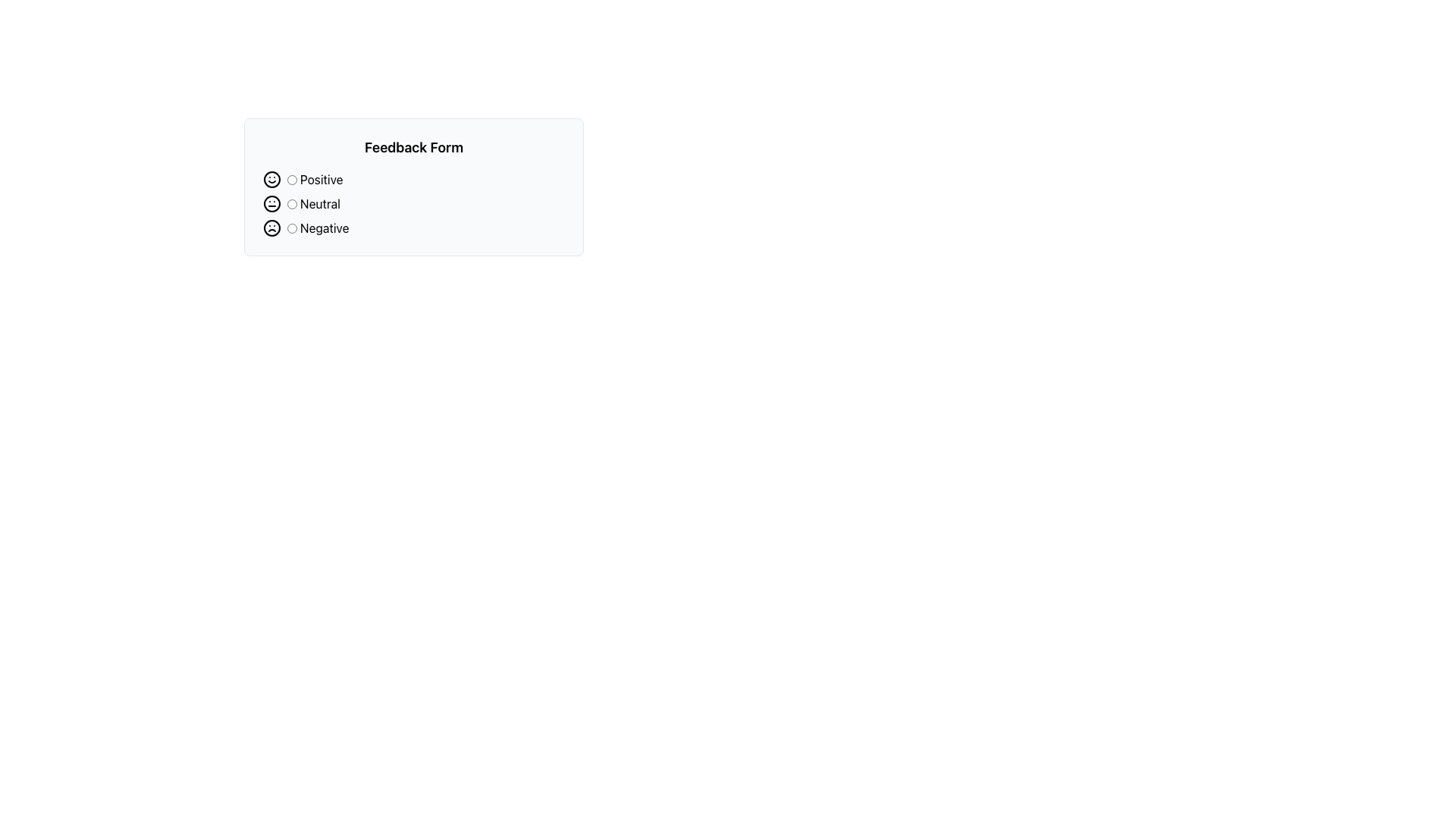  Describe the element at coordinates (414, 203) in the screenshot. I see `the 'Neutral' radio button with a neutral face emoji to receive visual feedback` at that location.